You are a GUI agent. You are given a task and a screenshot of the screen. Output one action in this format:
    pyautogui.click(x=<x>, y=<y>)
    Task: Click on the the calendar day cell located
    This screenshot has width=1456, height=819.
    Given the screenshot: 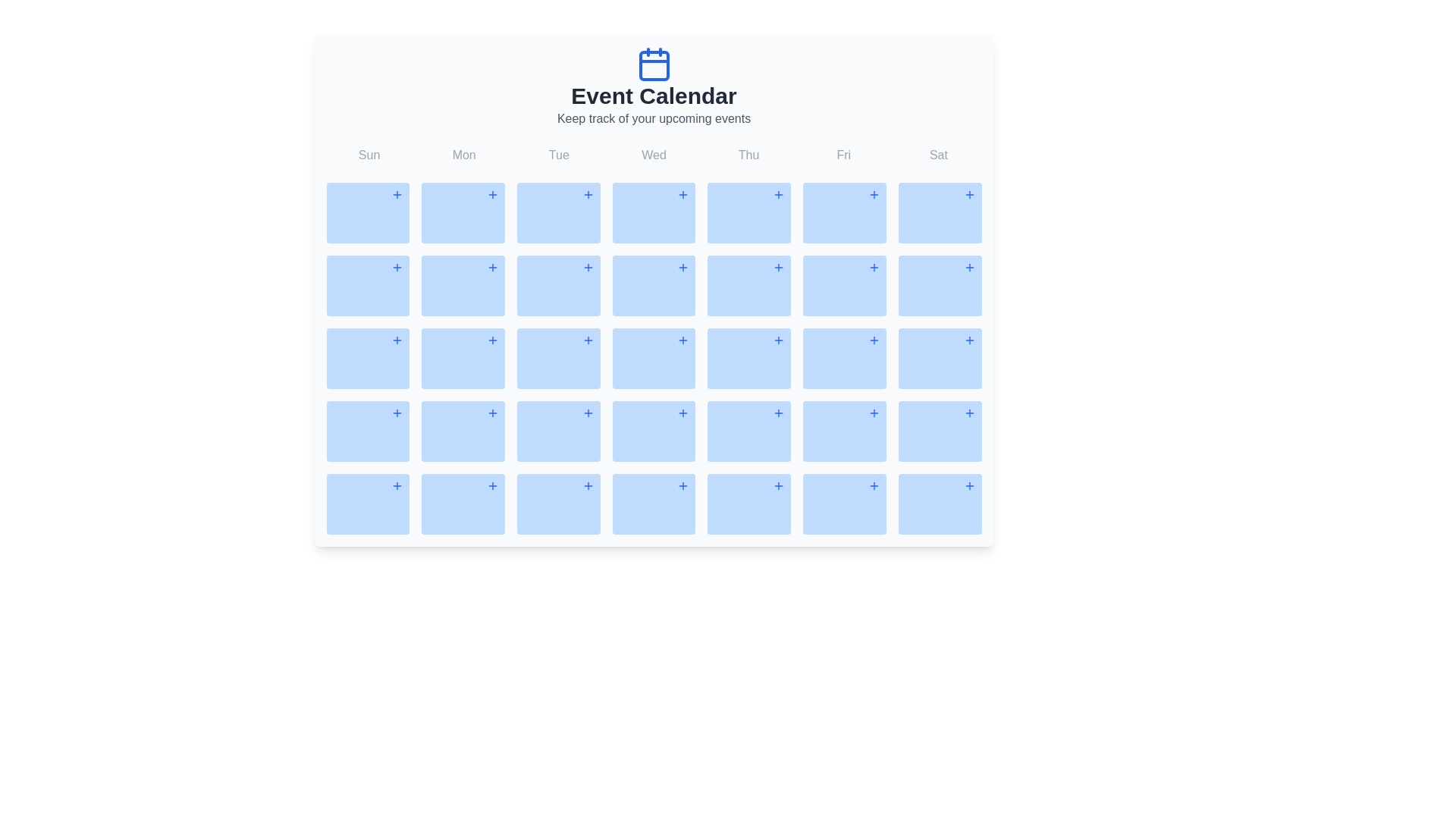 What is the action you would take?
    pyautogui.click(x=843, y=431)
    